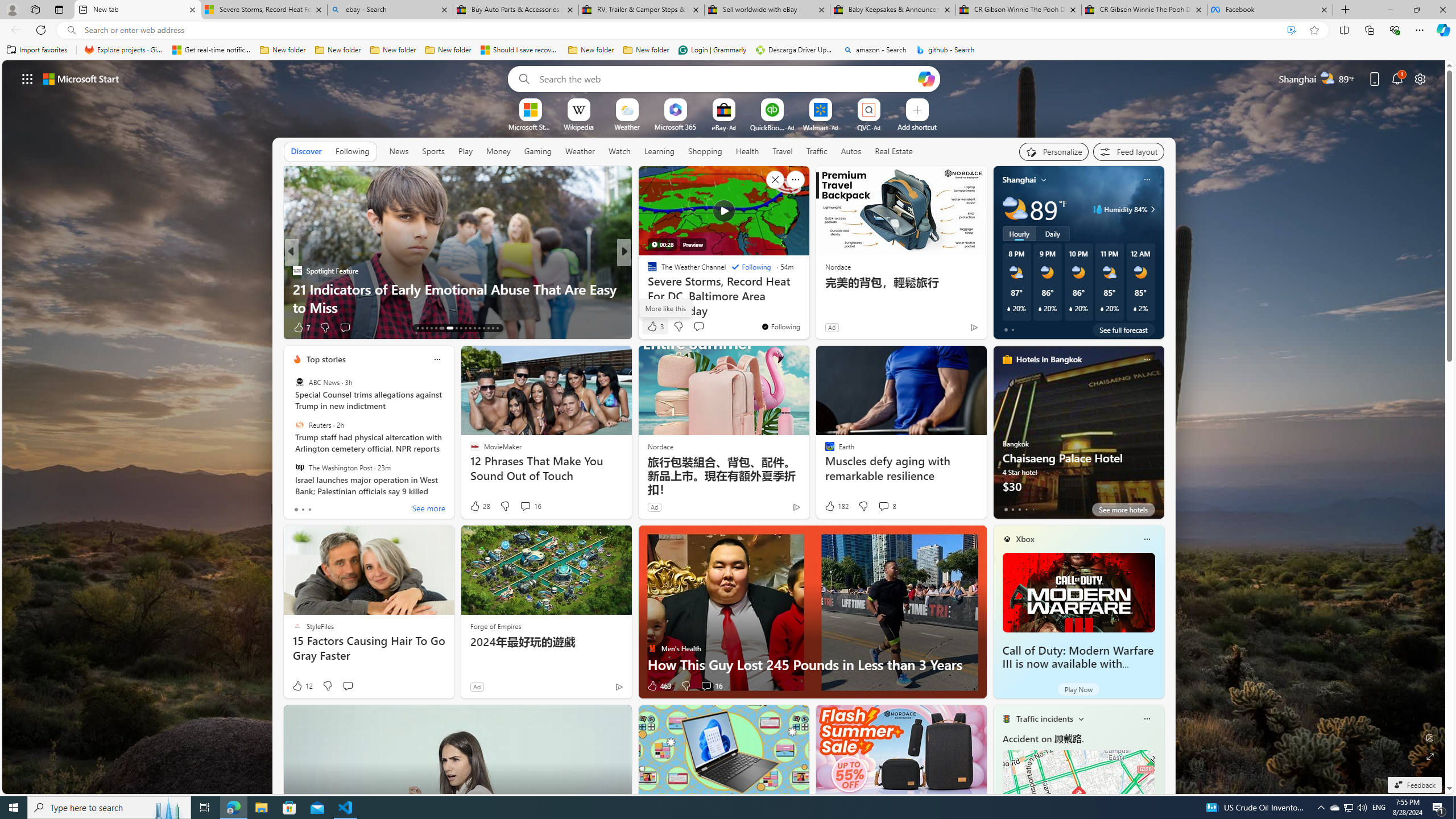 Image resolution: width=1456 pixels, height=819 pixels. Describe the element at coordinates (456, 328) in the screenshot. I see `'AutomationID: tab-20'` at that location.